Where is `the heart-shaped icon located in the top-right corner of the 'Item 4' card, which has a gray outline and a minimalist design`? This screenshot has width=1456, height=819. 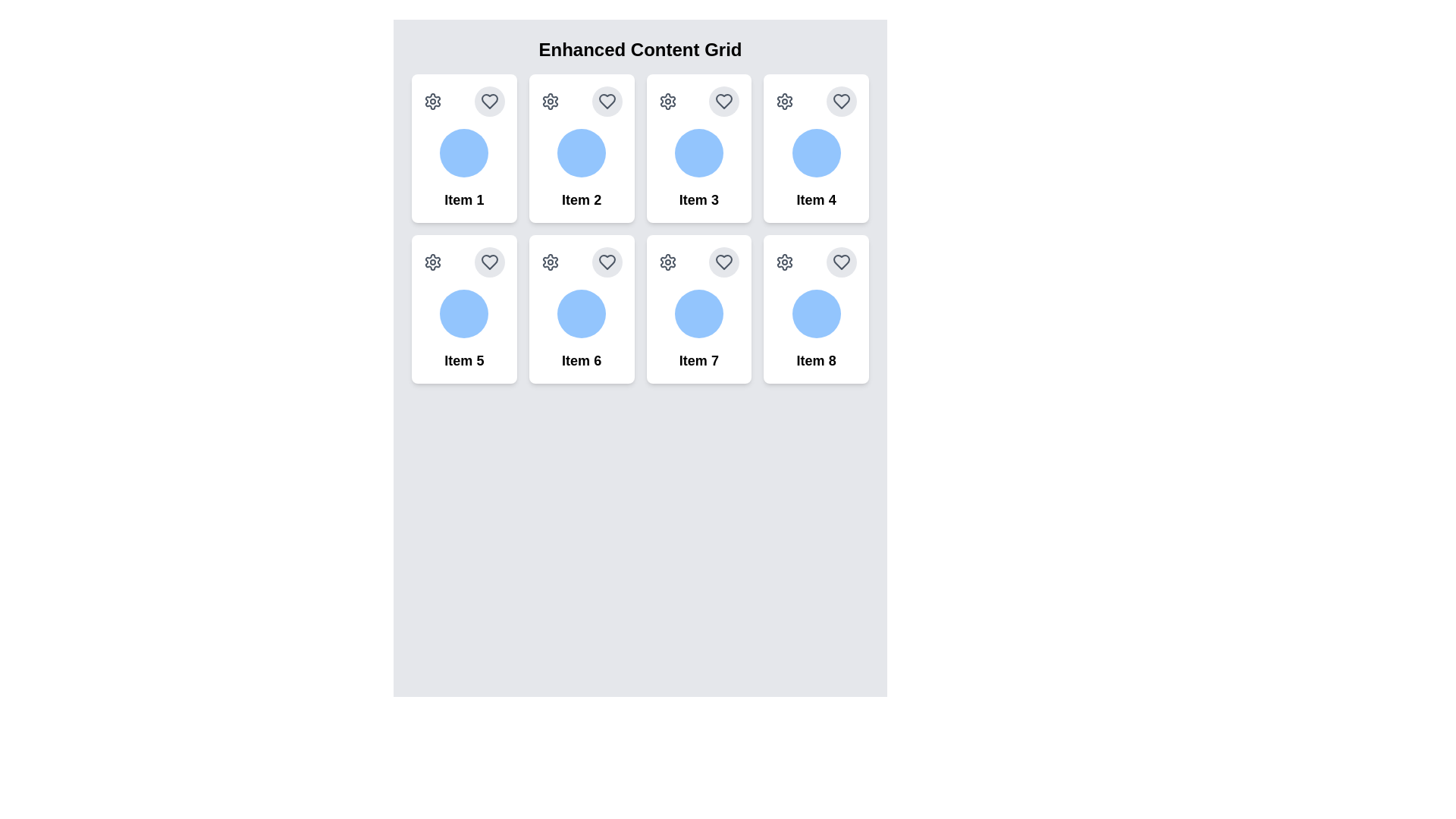
the heart-shaped icon located in the top-right corner of the 'Item 4' card, which has a gray outline and a minimalist design is located at coordinates (840, 102).